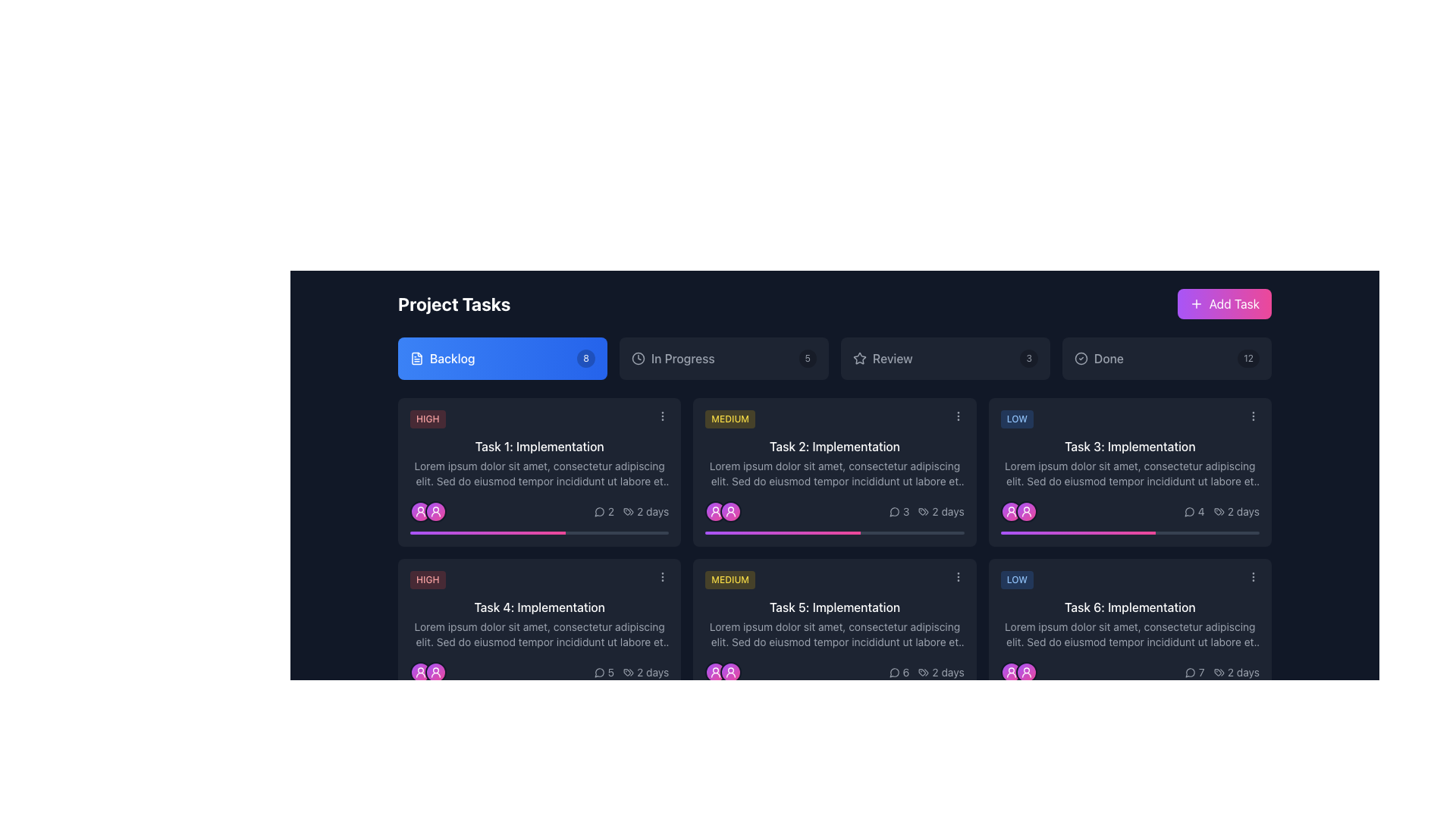 The width and height of the screenshot is (1456, 819). What do you see at coordinates (427, 579) in the screenshot?
I see `the 'HIGH' priority label located in the lower left corner of the 'Task 4: Implementation' card, which is positioned above the card's text content` at bounding box center [427, 579].